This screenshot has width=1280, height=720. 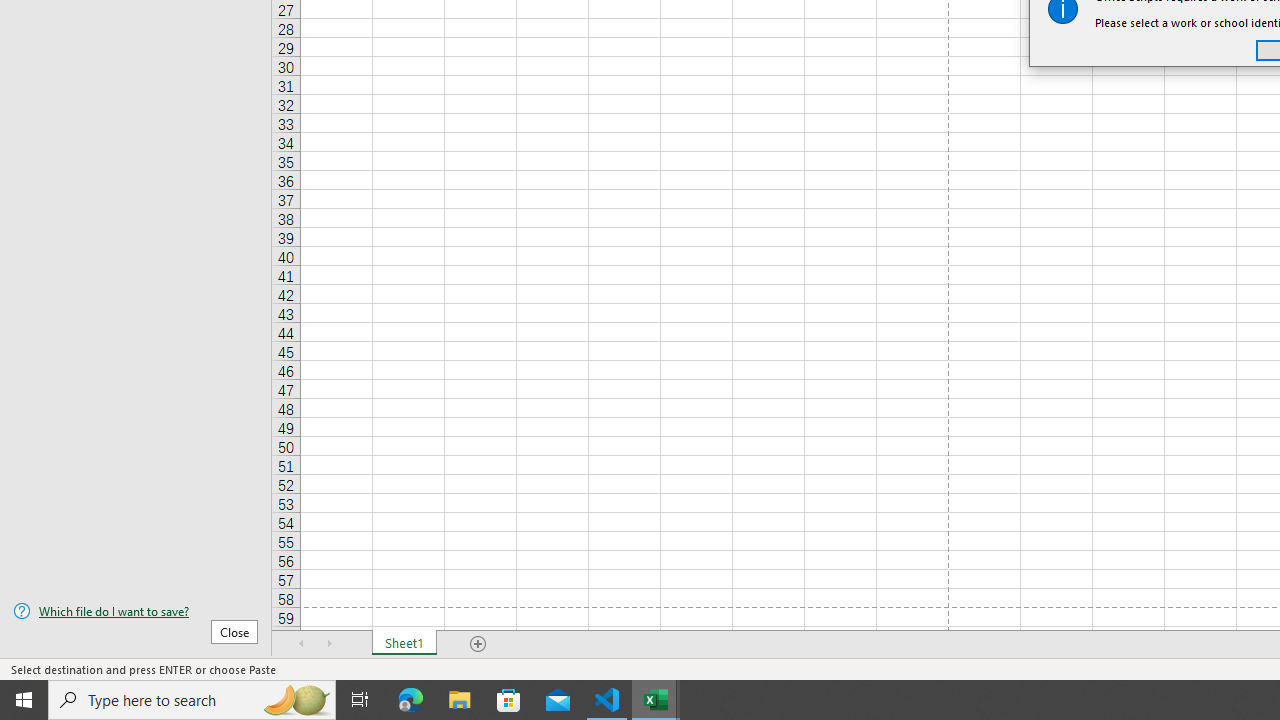 What do you see at coordinates (294, 698) in the screenshot?
I see `'Search highlights icon opens search home window'` at bounding box center [294, 698].